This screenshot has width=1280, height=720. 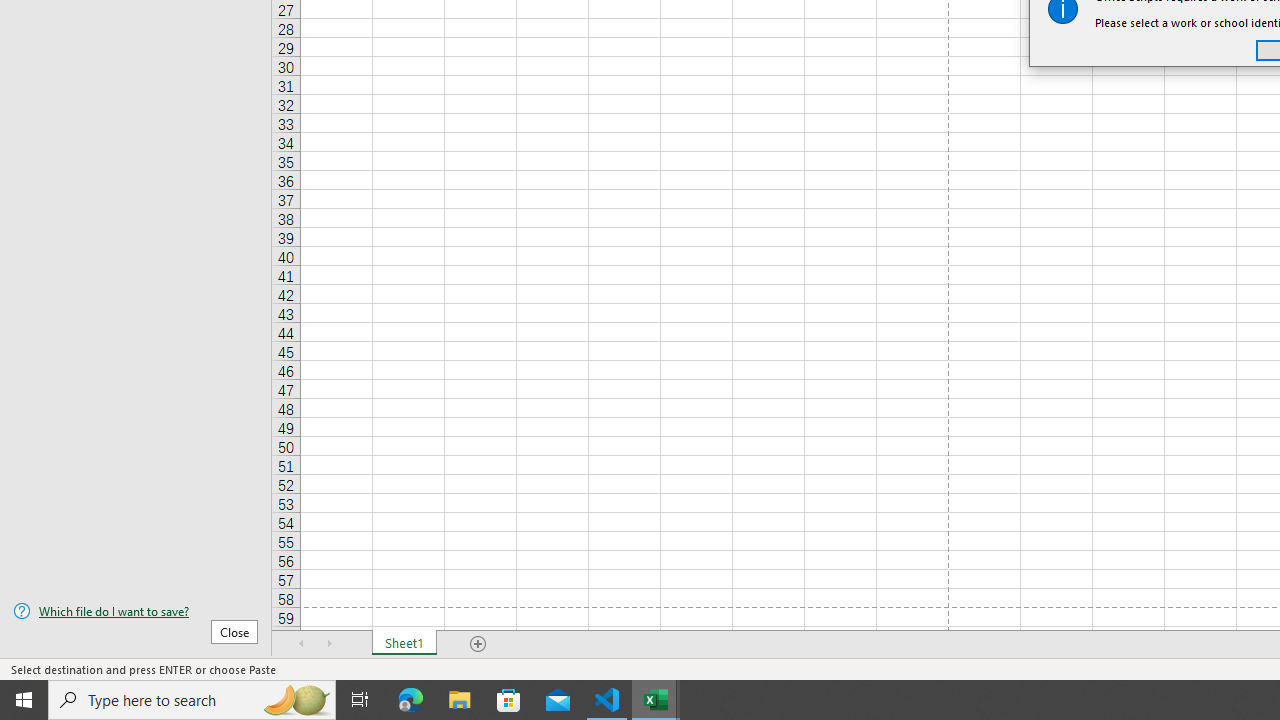 What do you see at coordinates (294, 698) in the screenshot?
I see `'Search highlights icon opens search home window'` at bounding box center [294, 698].